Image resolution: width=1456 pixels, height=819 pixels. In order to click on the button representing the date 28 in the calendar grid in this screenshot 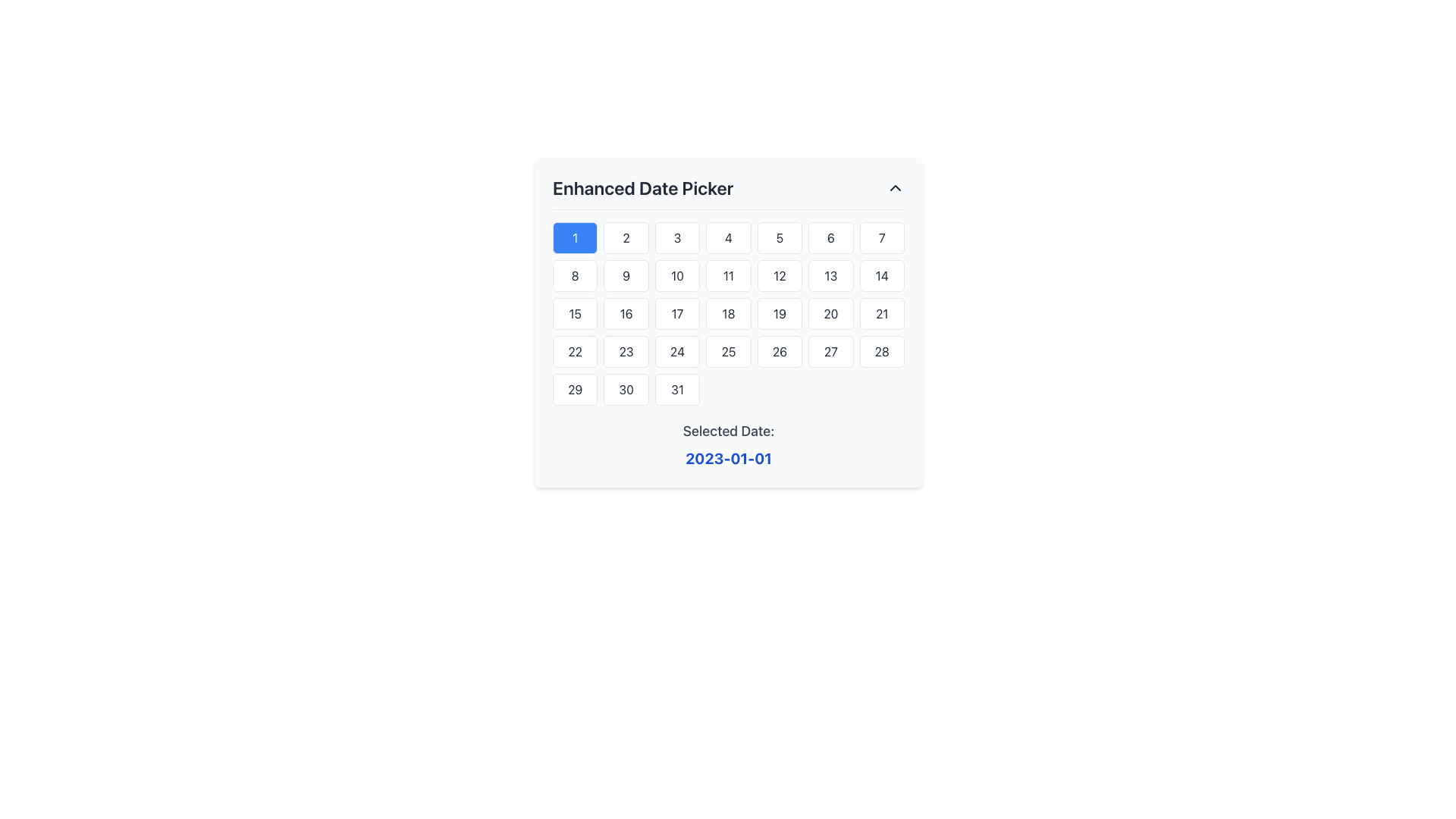, I will do `click(882, 351)`.